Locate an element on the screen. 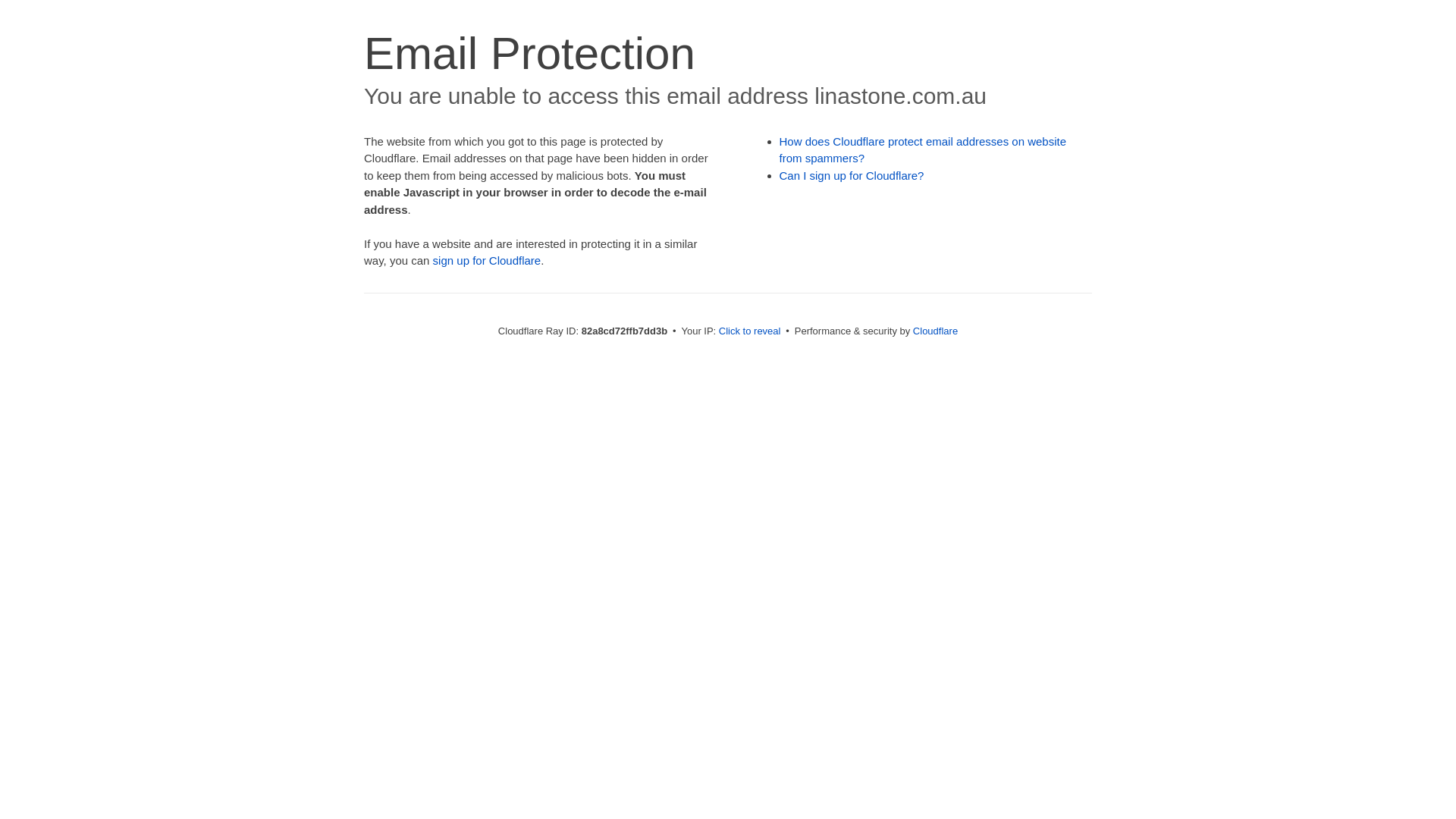  'Can I sign up for Cloudflare?' is located at coordinates (852, 174).